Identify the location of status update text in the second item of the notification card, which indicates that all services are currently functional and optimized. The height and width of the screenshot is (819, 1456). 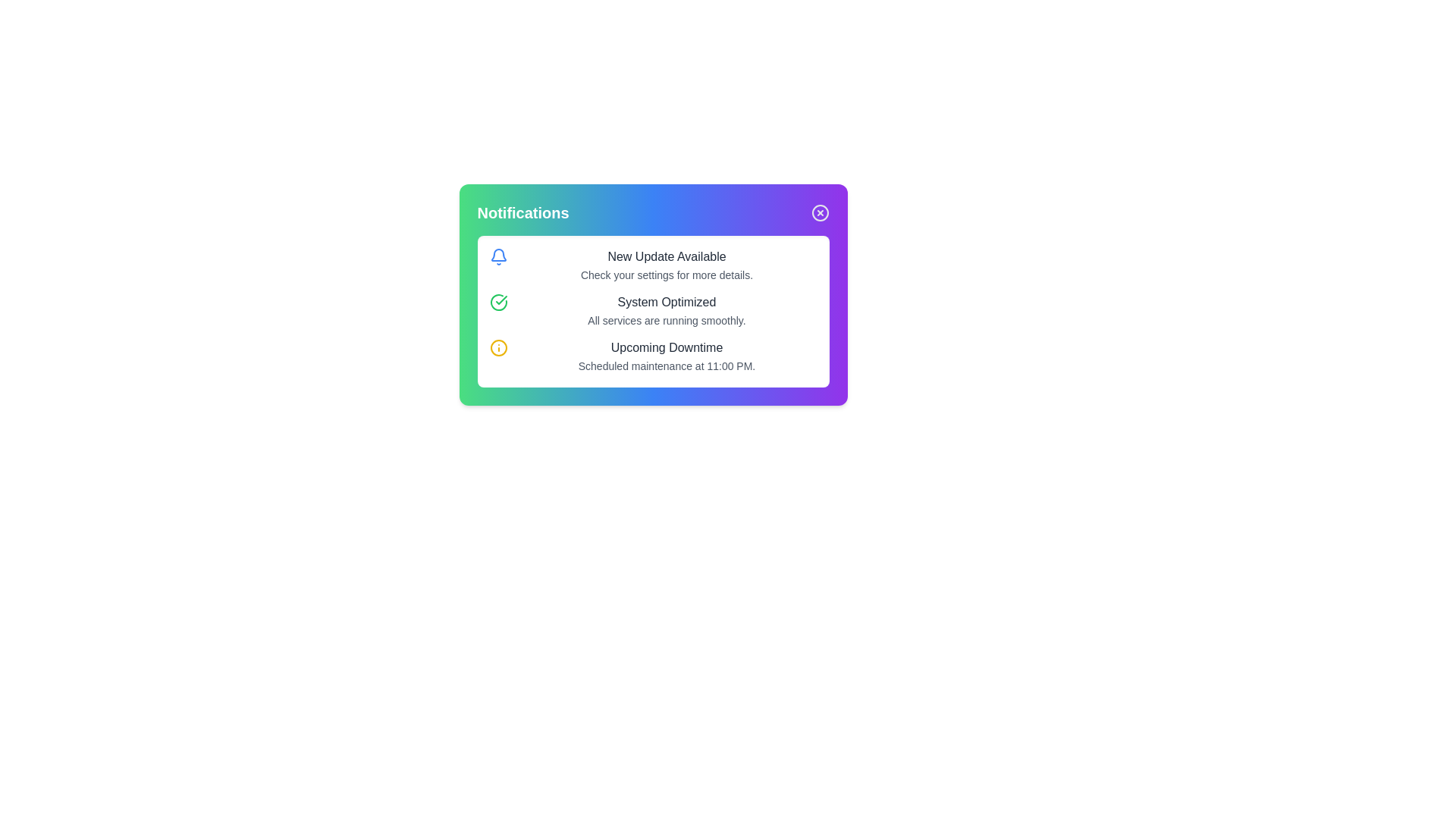
(667, 311).